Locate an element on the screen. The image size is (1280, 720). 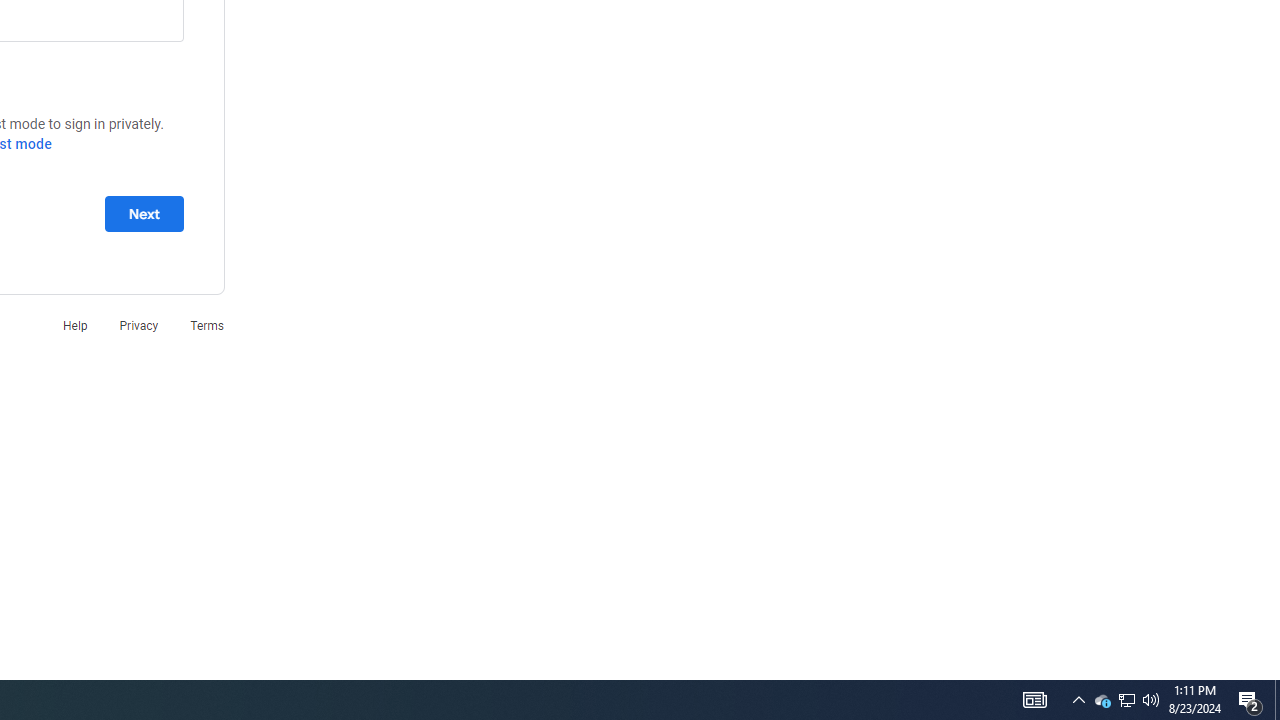
'Privacy' is located at coordinates (137, 324).